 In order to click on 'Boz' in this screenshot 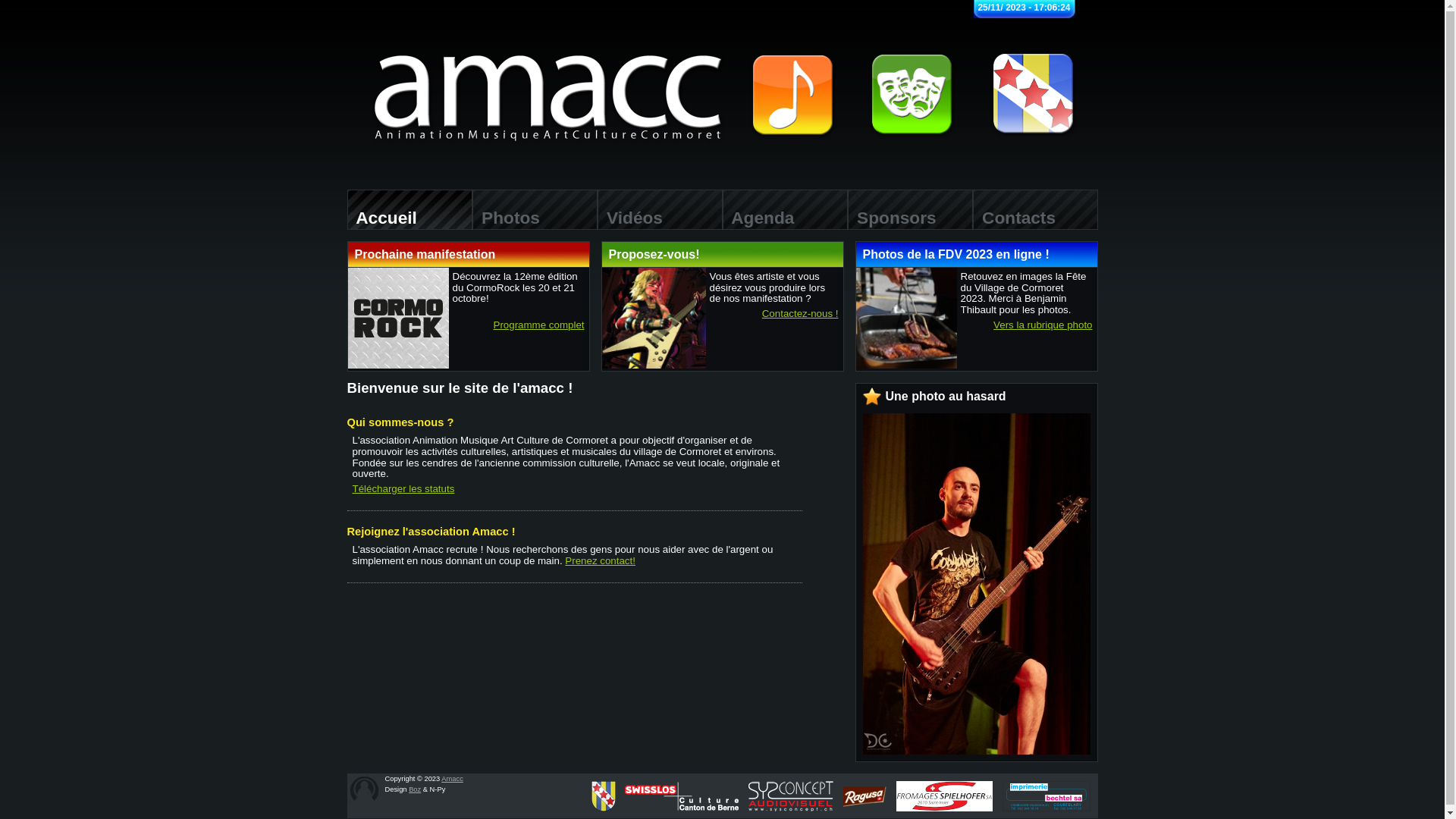, I will do `click(415, 789)`.